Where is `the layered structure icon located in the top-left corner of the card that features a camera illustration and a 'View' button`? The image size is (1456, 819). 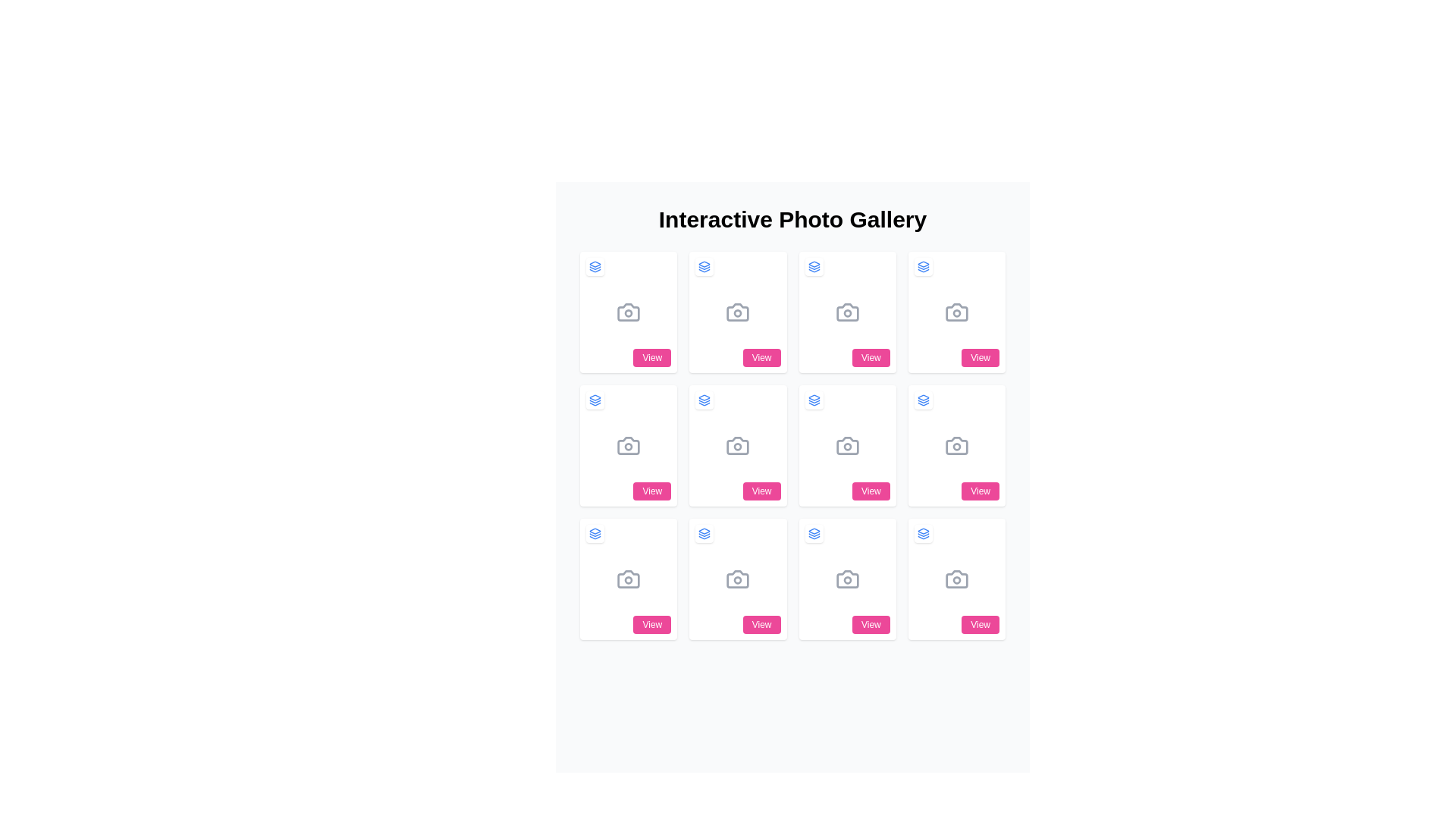
the layered structure icon located in the top-left corner of the card that features a camera illustration and a 'View' button is located at coordinates (595, 533).